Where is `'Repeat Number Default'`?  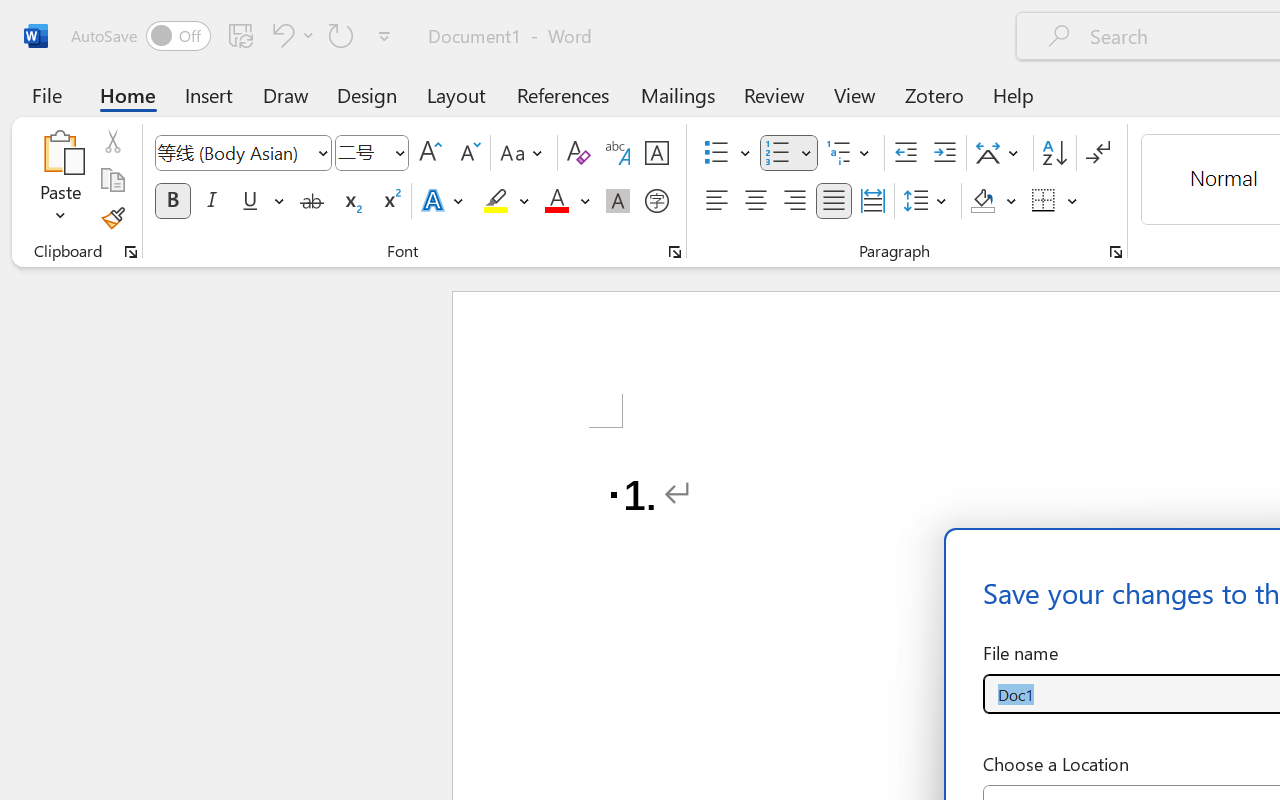 'Repeat Number Default' is located at coordinates (341, 34).